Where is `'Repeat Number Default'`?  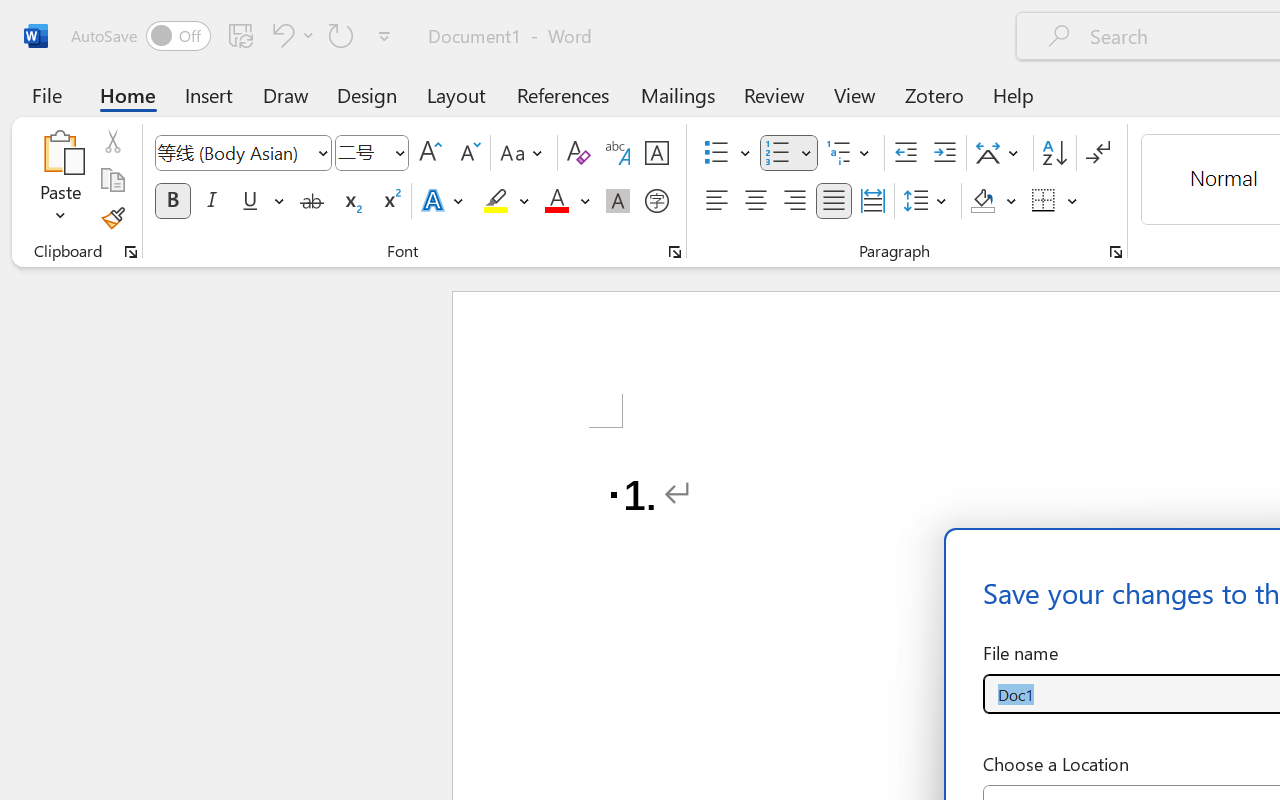 'Repeat Number Default' is located at coordinates (341, 34).